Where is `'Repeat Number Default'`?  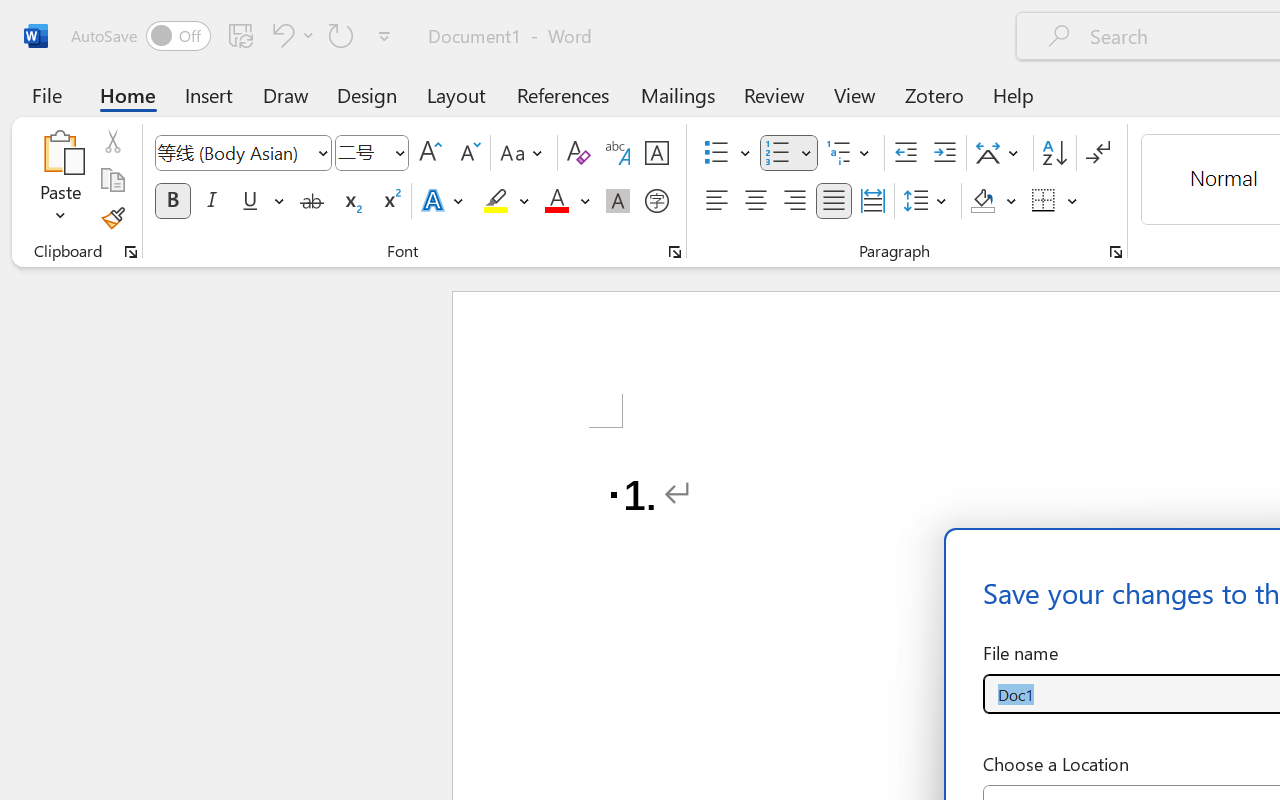 'Repeat Number Default' is located at coordinates (341, 34).